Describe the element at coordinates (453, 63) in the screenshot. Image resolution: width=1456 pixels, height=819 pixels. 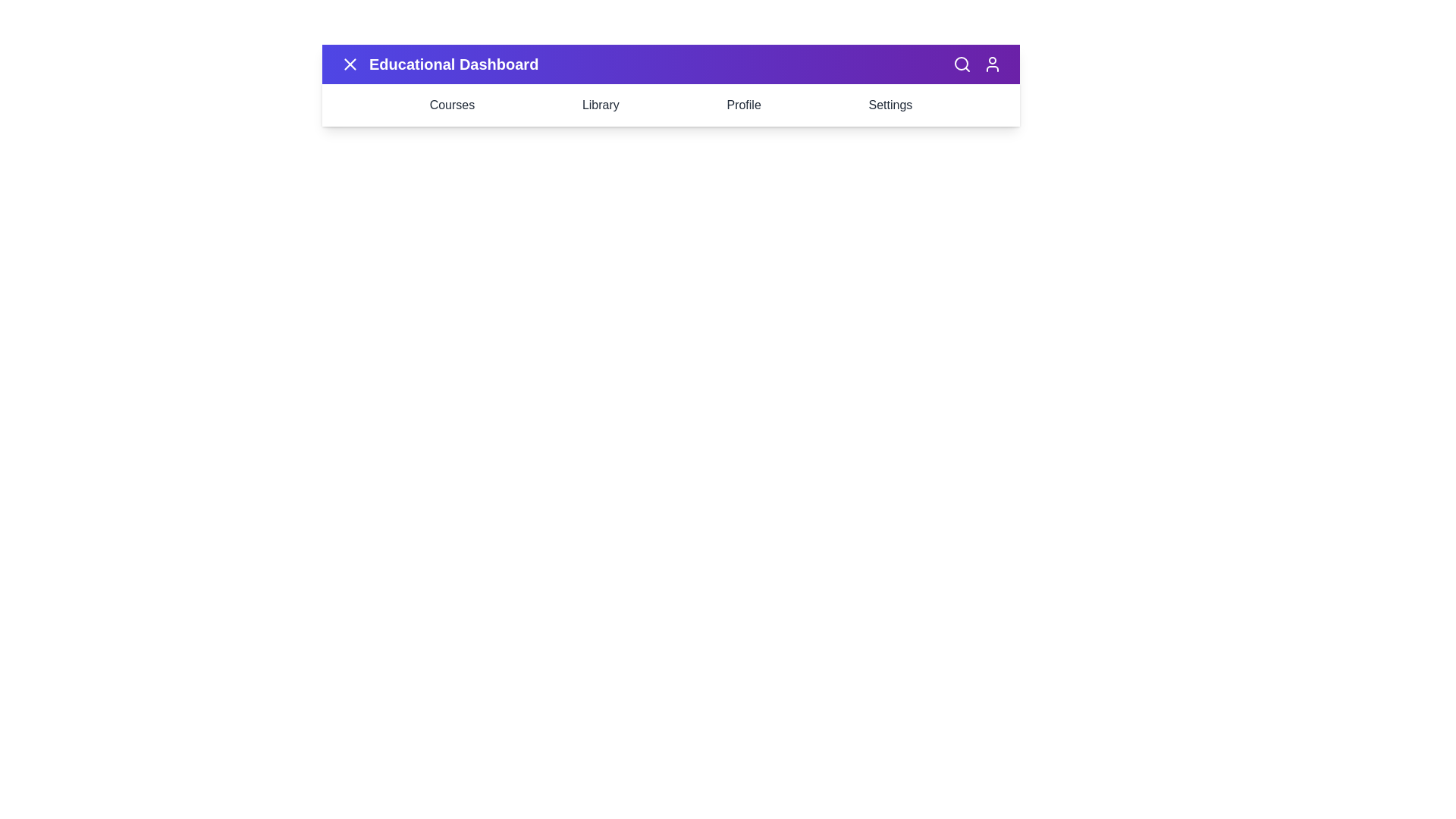
I see `the title 'Educational Dashboard' to highlight it` at that location.